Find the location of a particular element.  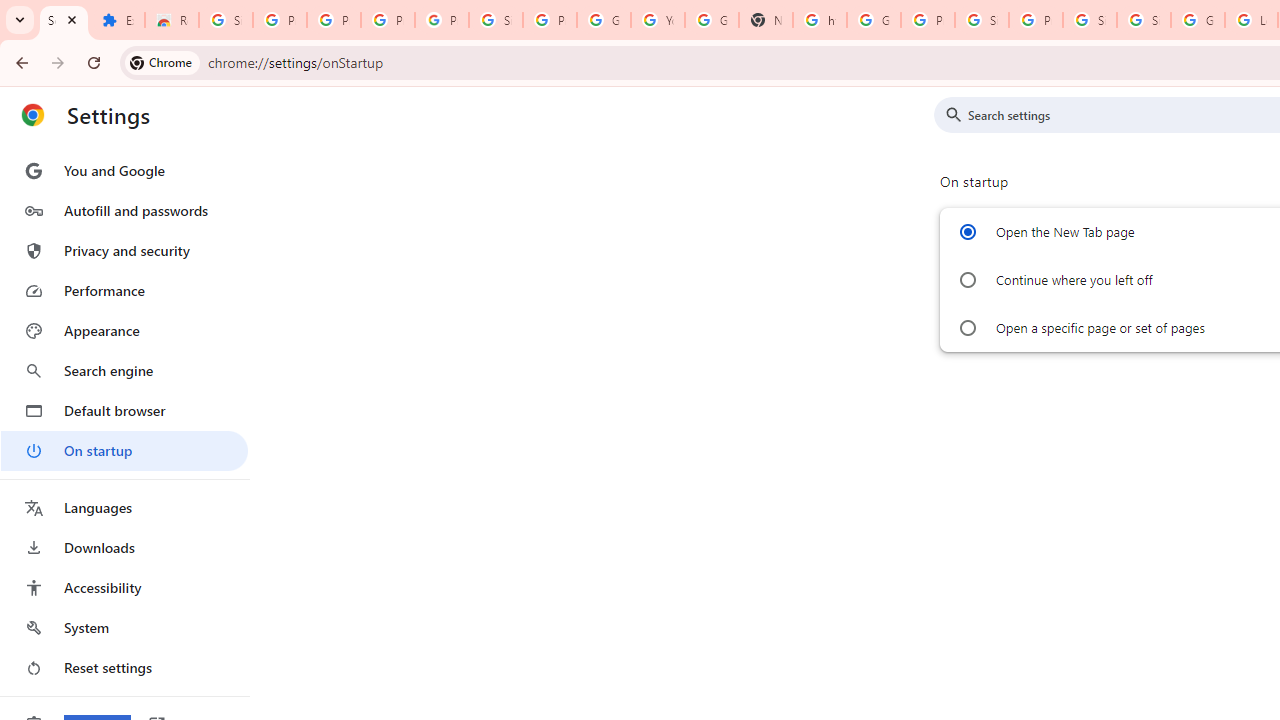

'Privacy and security' is located at coordinates (123, 249).